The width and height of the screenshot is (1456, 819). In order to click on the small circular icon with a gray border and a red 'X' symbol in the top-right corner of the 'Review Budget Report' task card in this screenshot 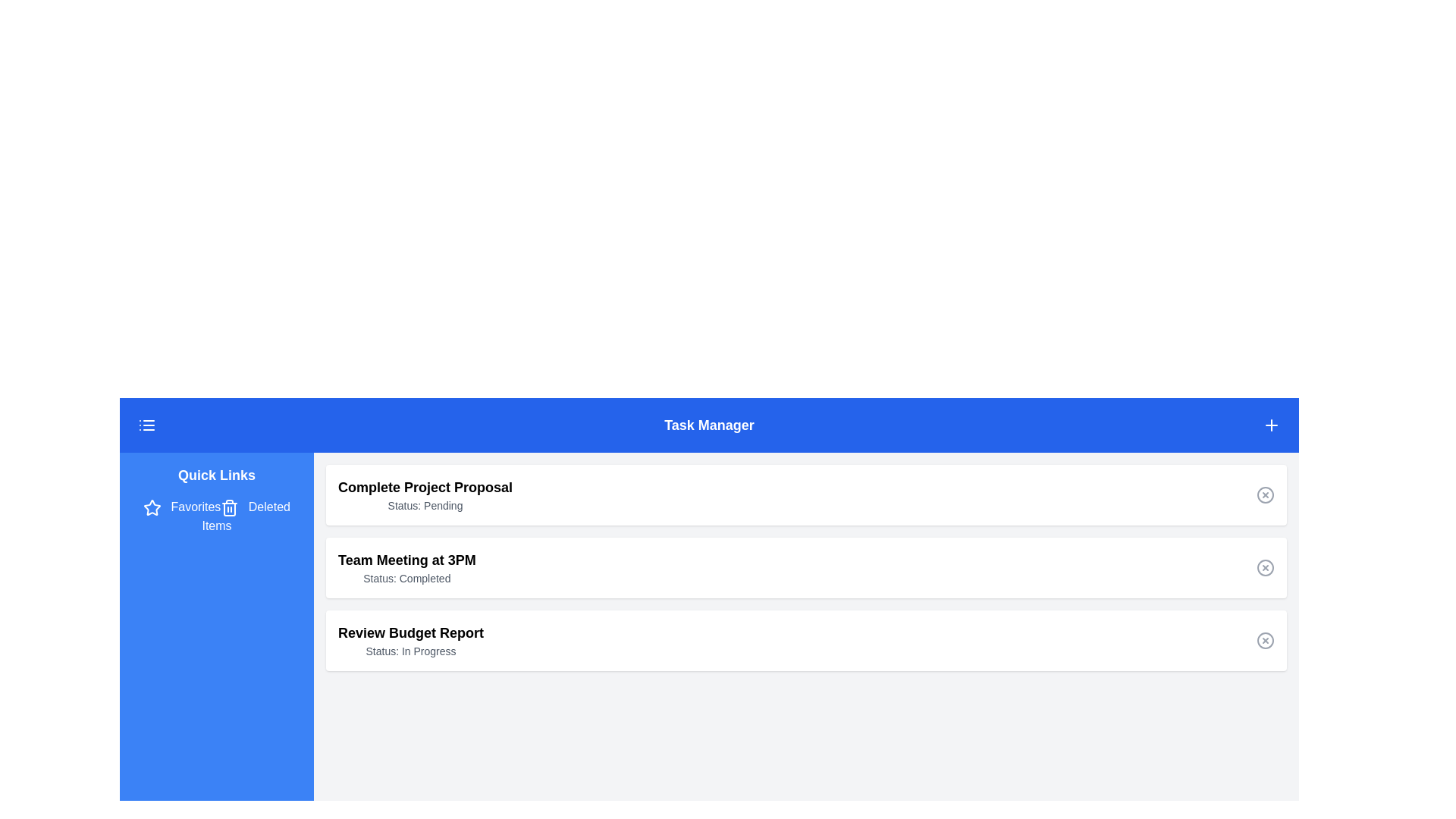, I will do `click(1266, 640)`.